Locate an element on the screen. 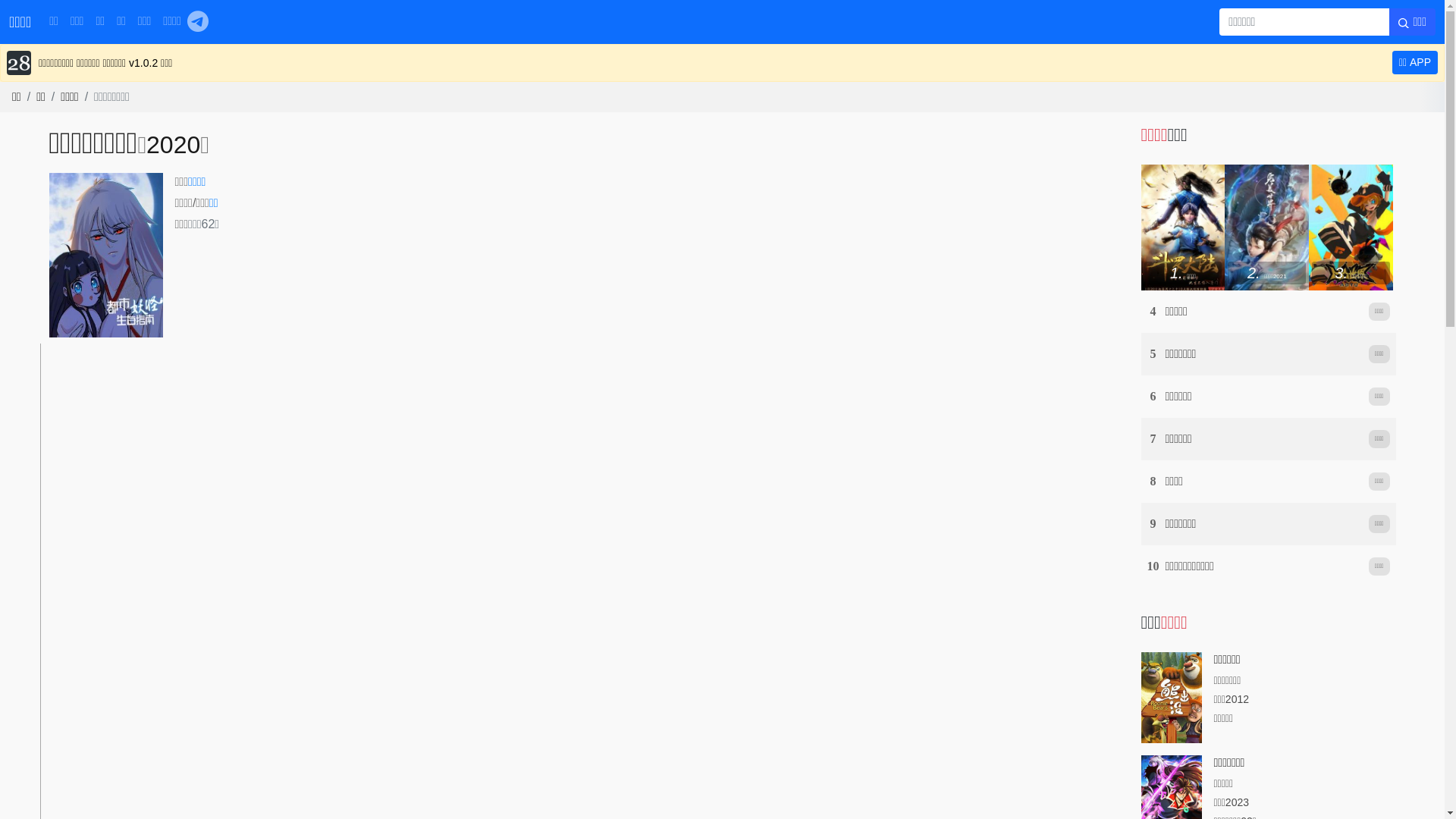  '2020' is located at coordinates (173, 145).